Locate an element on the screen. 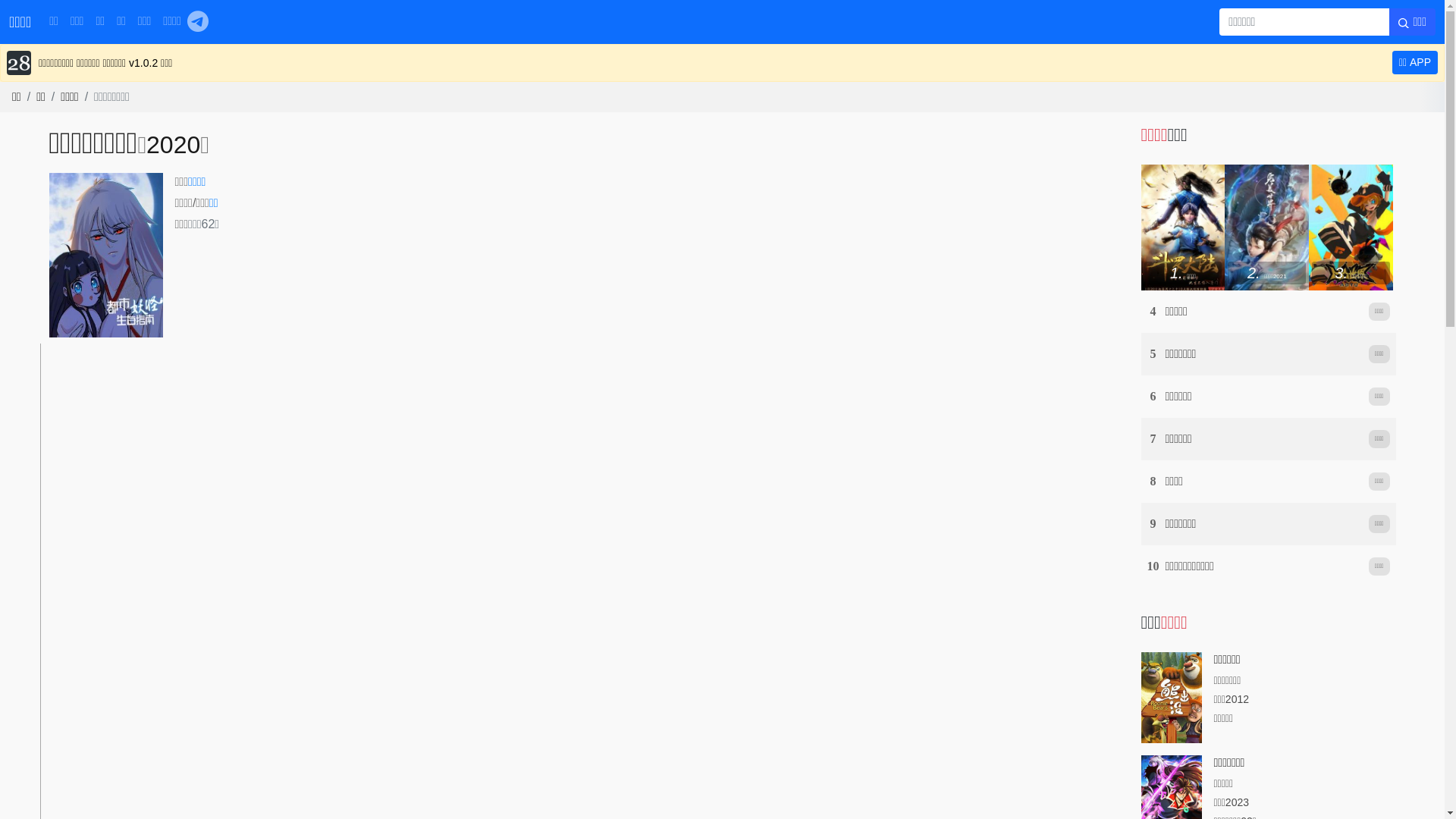  '2020' is located at coordinates (173, 145).